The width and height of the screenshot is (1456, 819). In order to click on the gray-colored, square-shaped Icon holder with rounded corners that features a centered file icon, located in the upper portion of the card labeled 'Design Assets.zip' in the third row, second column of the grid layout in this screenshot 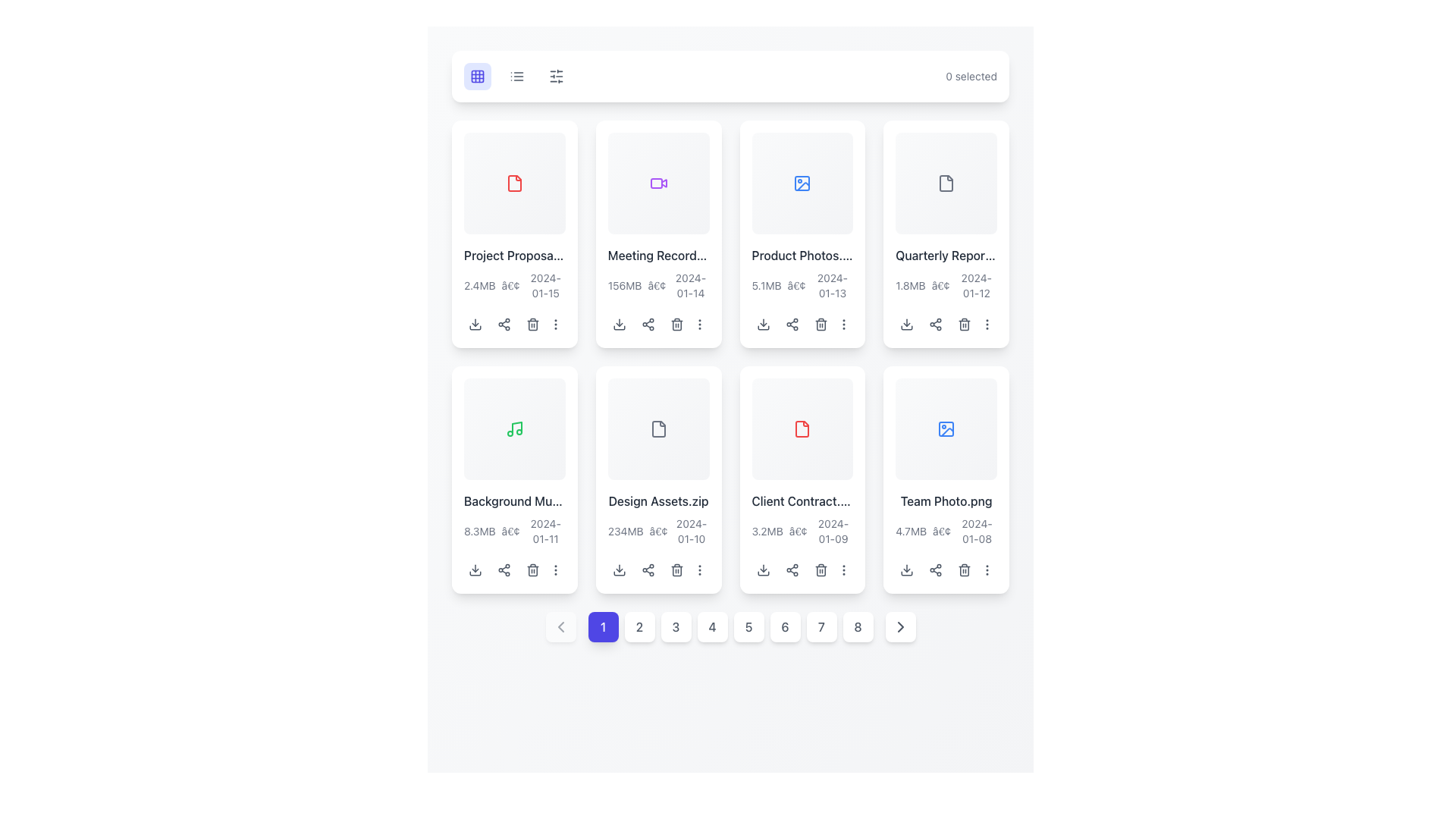, I will do `click(658, 428)`.